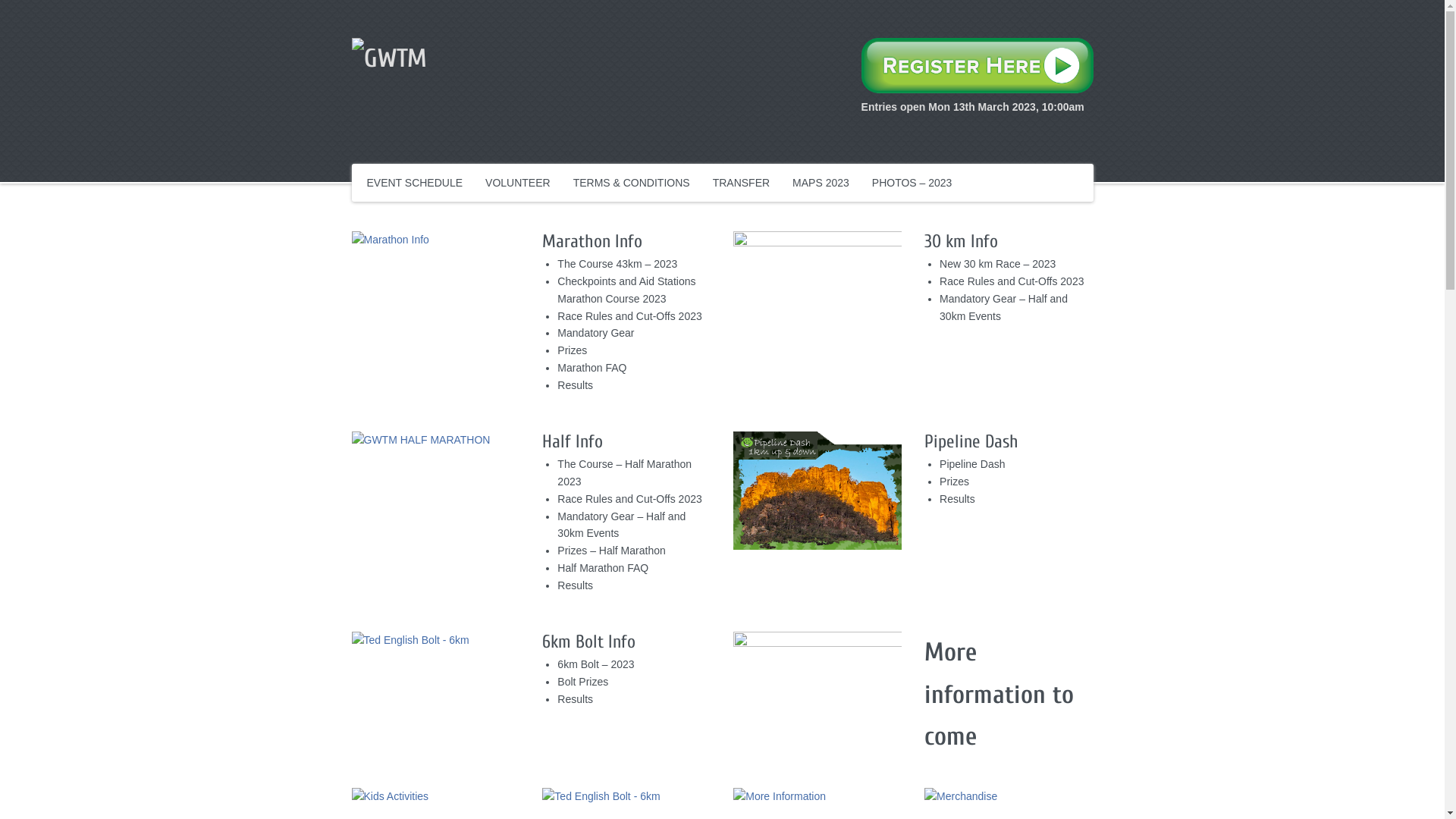  I want to click on 'EVENT SCHEDULE', so click(415, 181).